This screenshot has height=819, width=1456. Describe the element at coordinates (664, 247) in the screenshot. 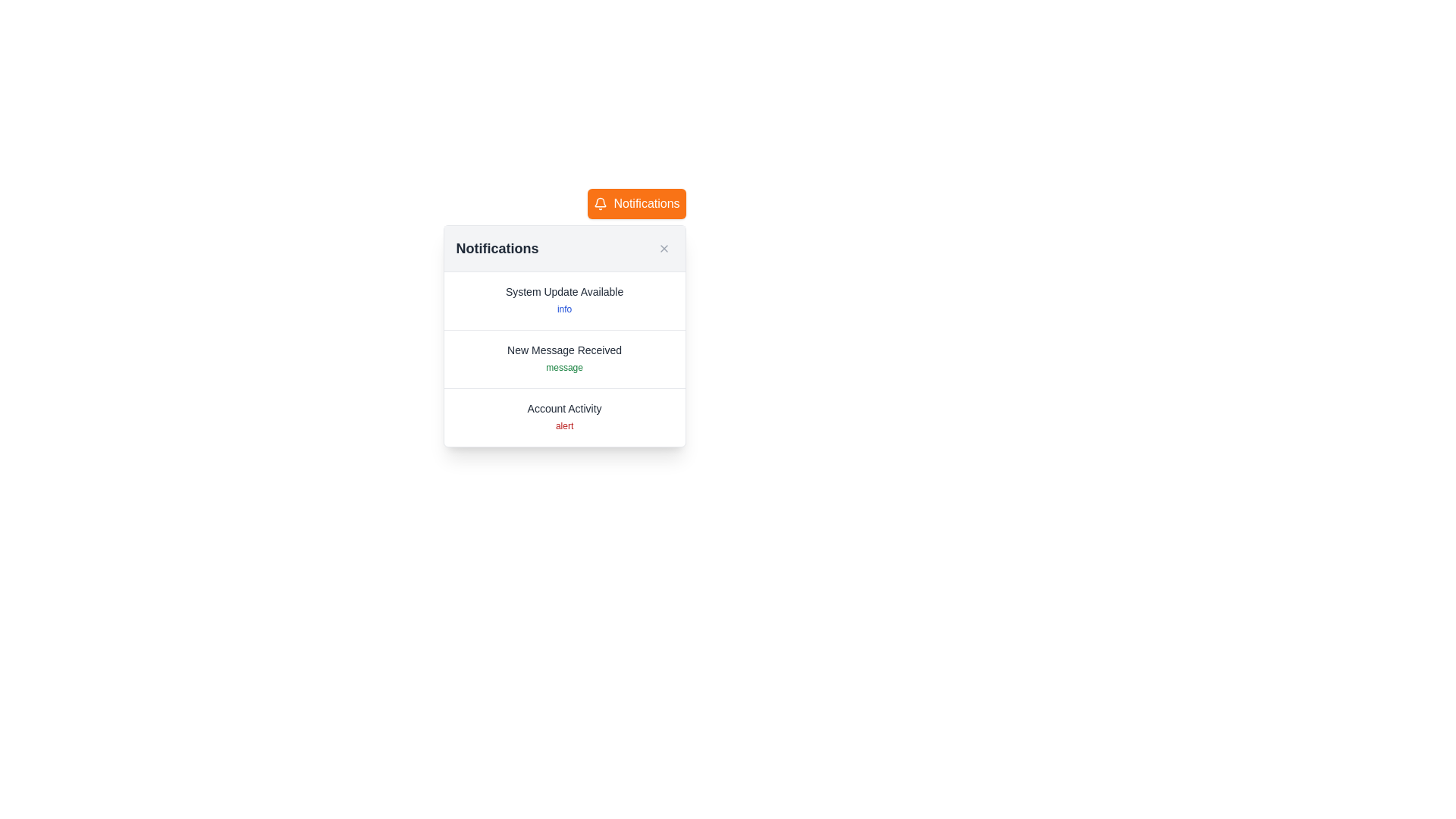

I see `the close button located at the top-right corner of the notifications pop-up panel` at that location.